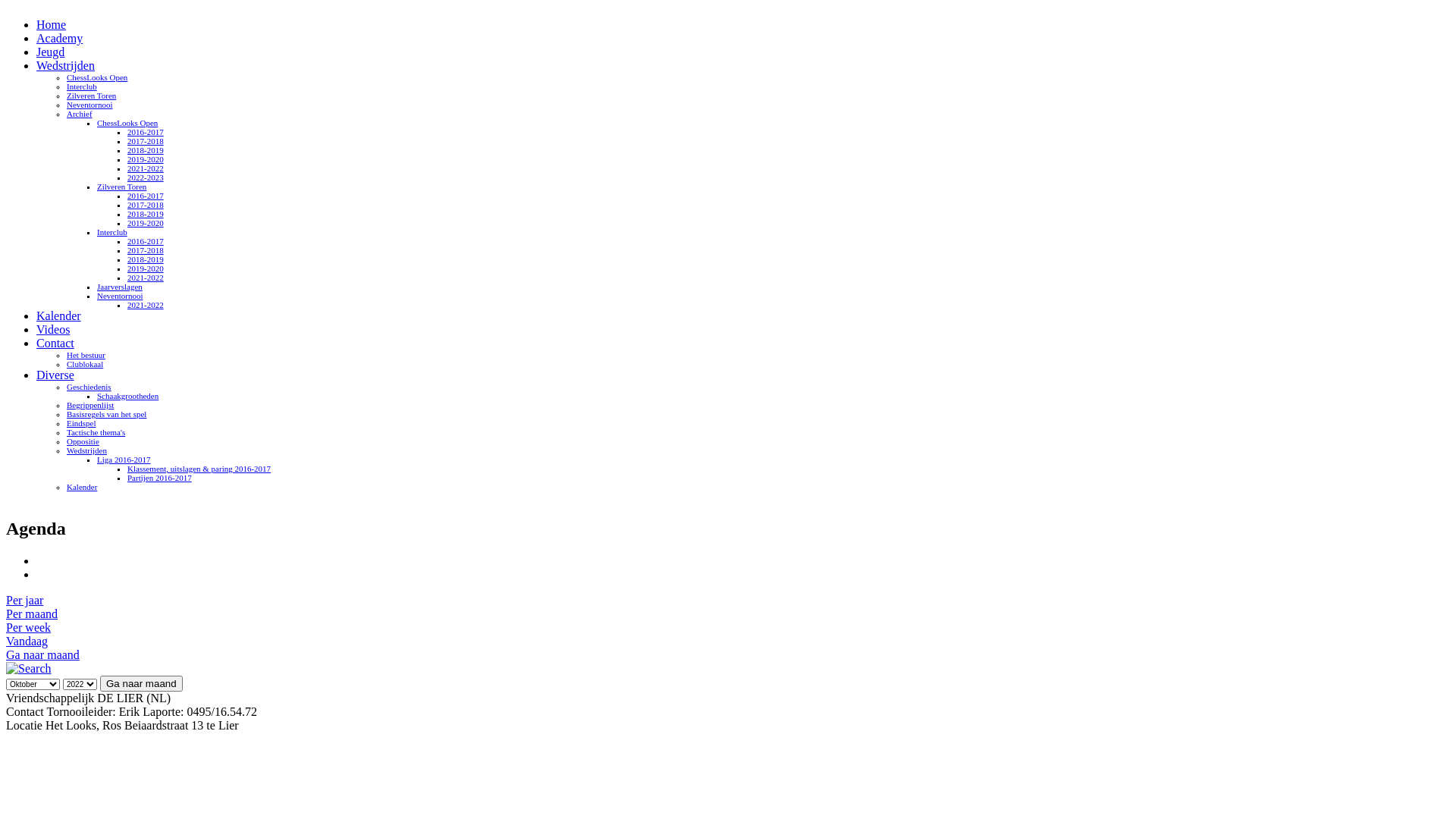  I want to click on 'Klassement, uitslagen & paring 2016-2017', so click(198, 467).